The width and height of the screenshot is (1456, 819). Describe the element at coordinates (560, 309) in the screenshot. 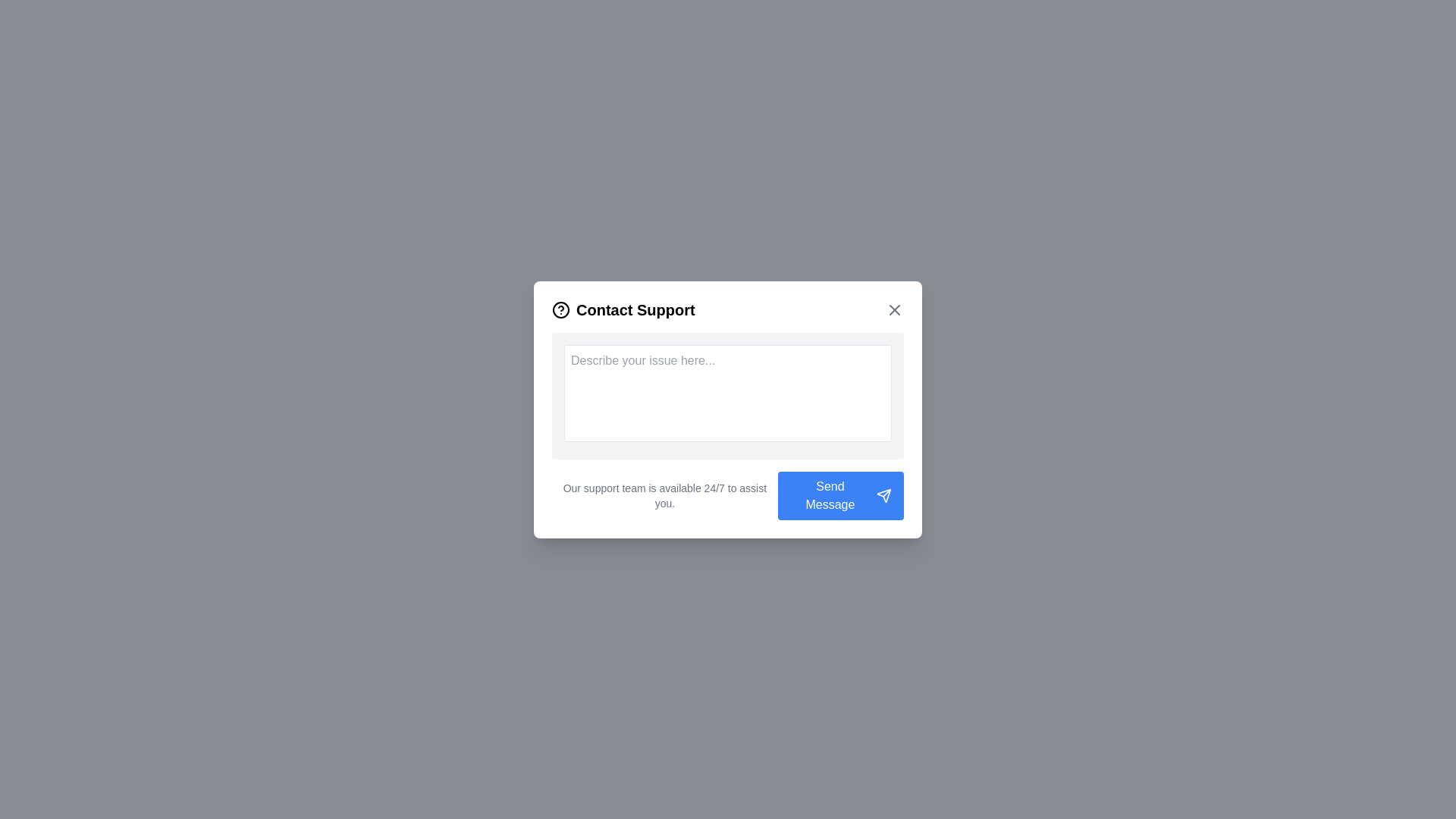

I see `the help icon located to the left of the 'Contact Support' header text in the upper center of the modal dialog box` at that location.